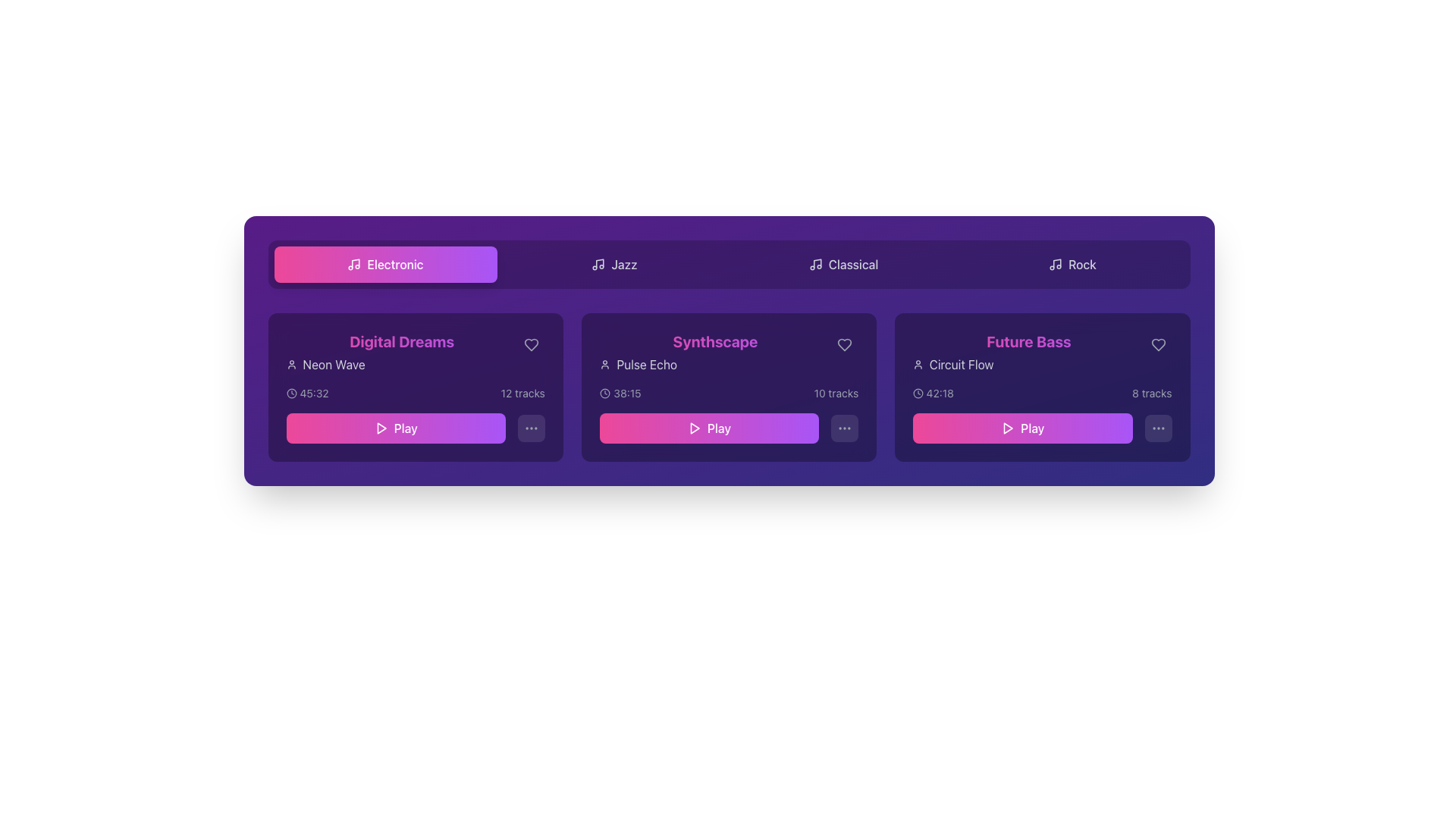 The height and width of the screenshot is (819, 1456). I want to click on keyboard navigation, so click(1022, 428).